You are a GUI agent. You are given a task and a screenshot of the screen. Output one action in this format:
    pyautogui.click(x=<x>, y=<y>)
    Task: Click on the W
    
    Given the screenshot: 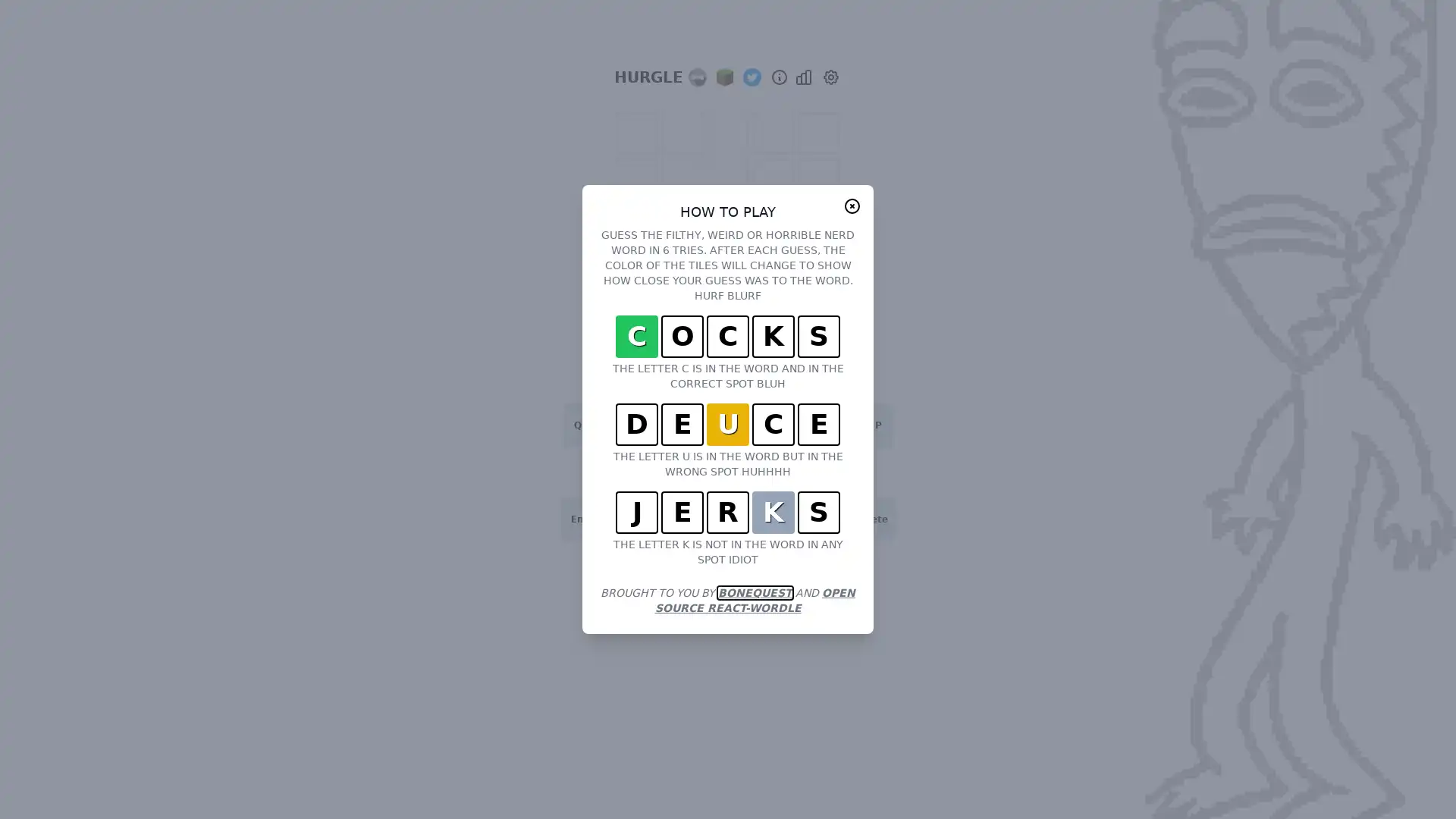 What is the action you would take?
    pyautogui.click(x=611, y=425)
    